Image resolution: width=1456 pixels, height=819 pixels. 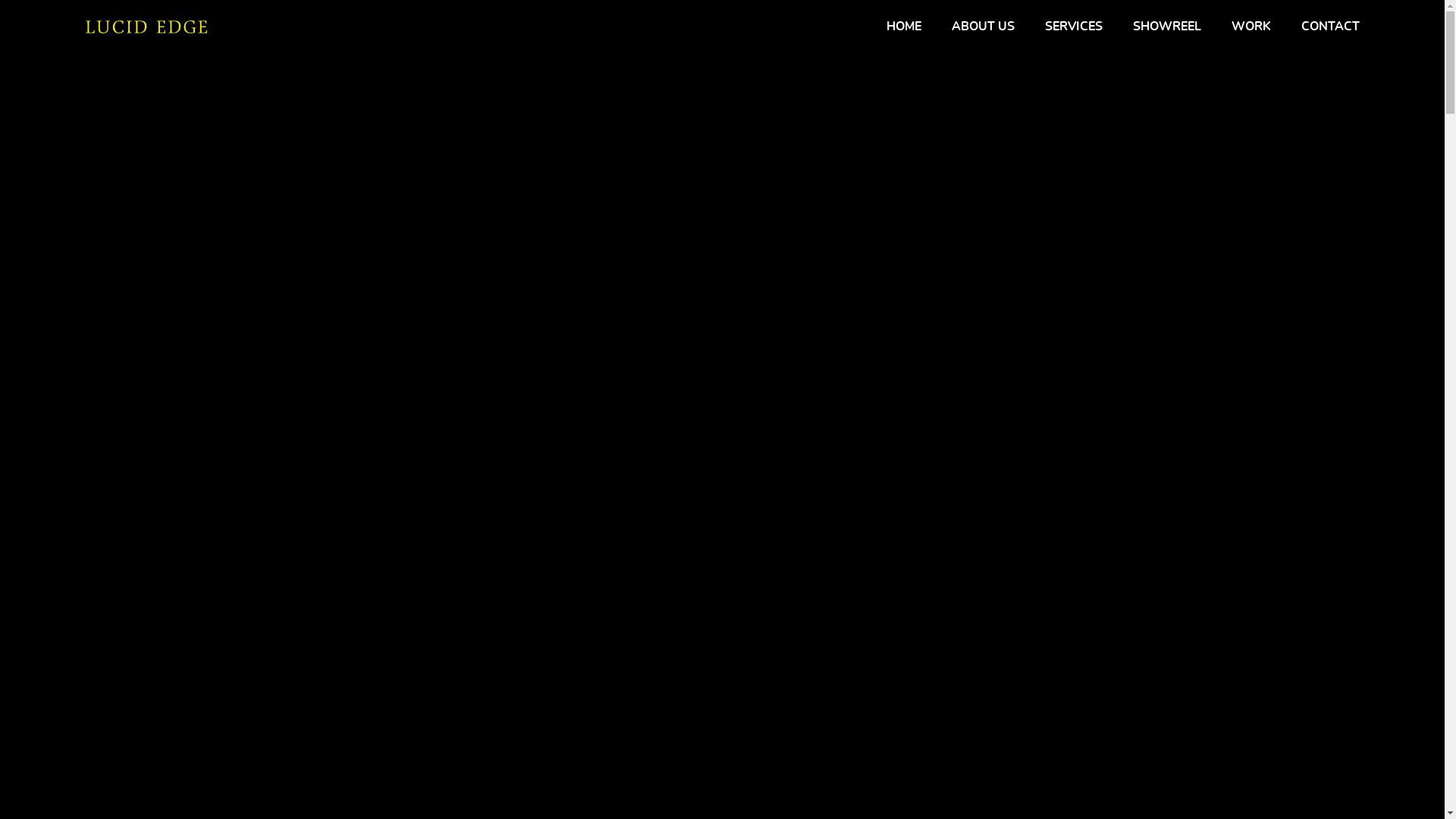 I want to click on 'SHOWREEL', so click(x=1166, y=27).